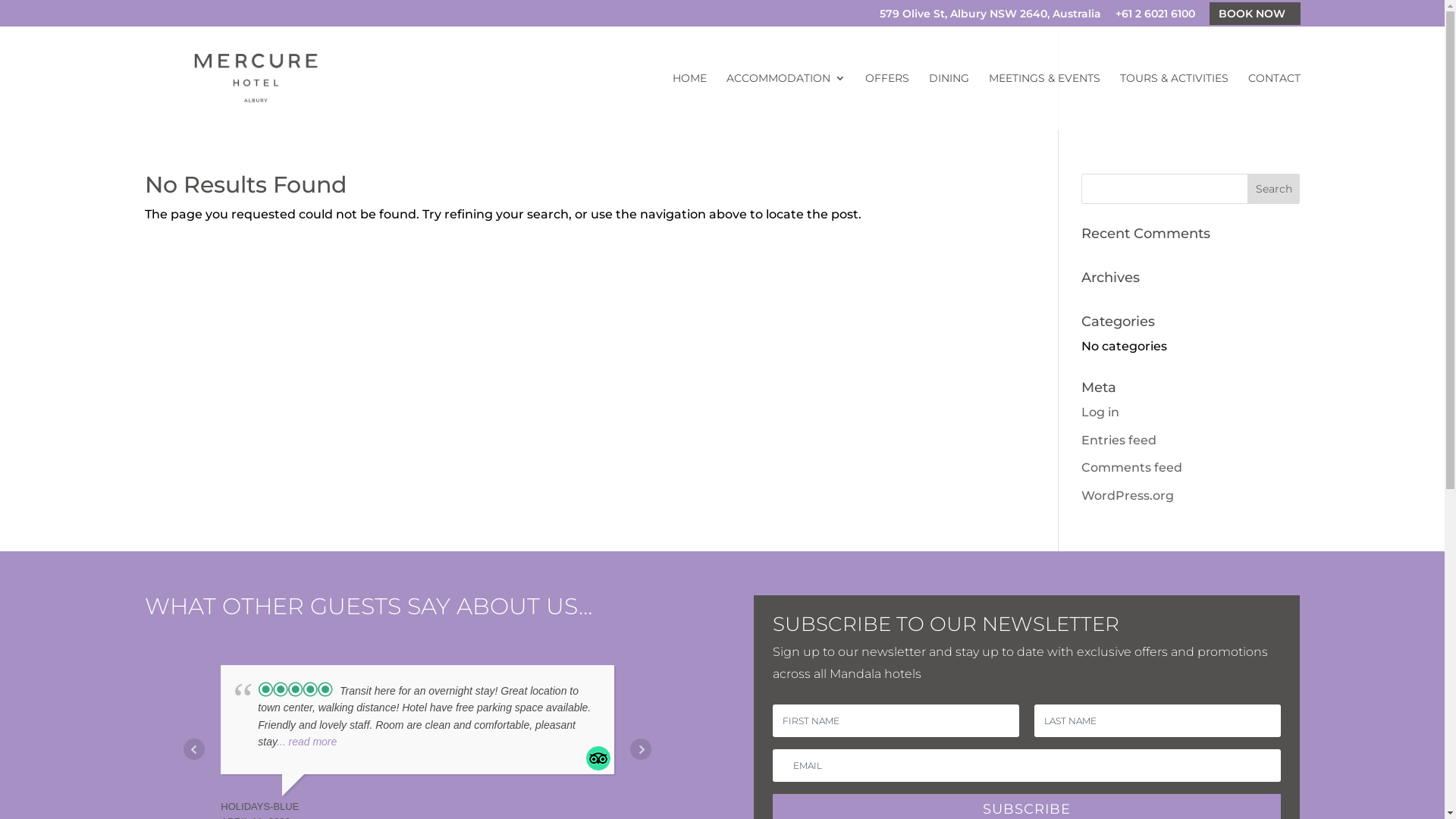 This screenshot has height=819, width=1456. I want to click on 'ACCOMMODATION', so click(786, 101).